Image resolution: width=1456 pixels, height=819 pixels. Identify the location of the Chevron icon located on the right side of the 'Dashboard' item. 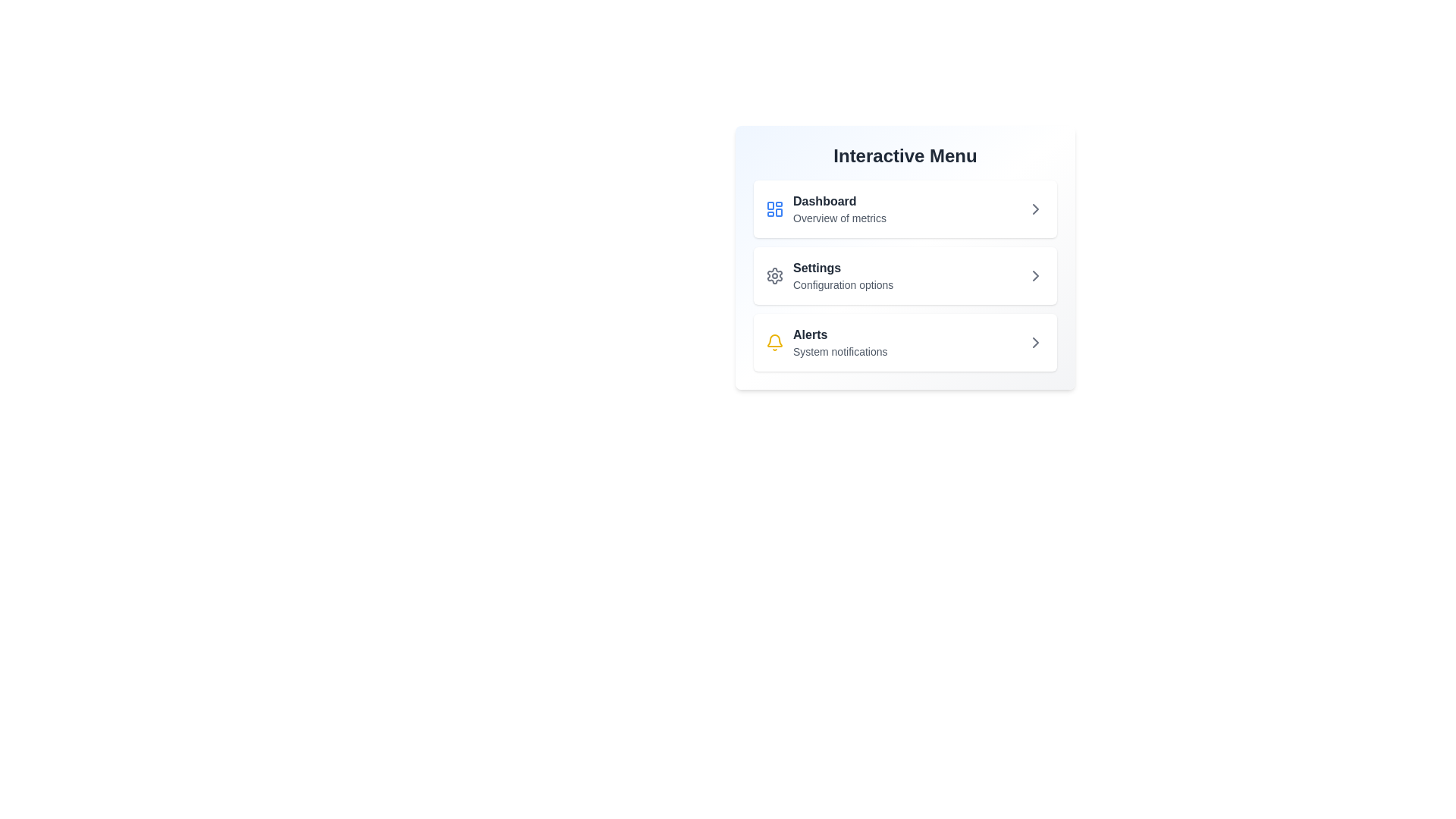
(1035, 209).